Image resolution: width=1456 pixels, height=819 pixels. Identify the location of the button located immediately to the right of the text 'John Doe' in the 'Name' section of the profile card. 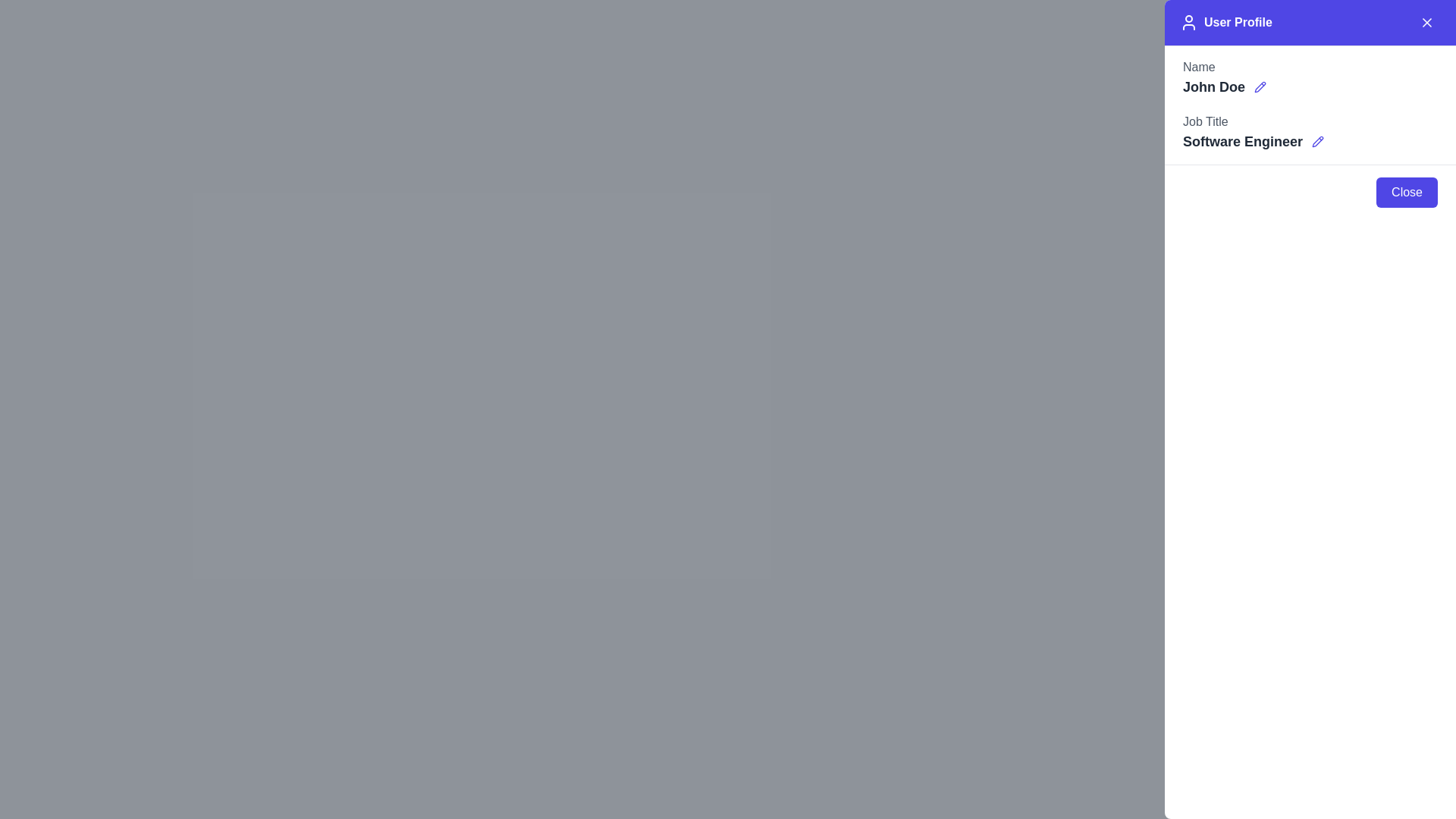
(1260, 87).